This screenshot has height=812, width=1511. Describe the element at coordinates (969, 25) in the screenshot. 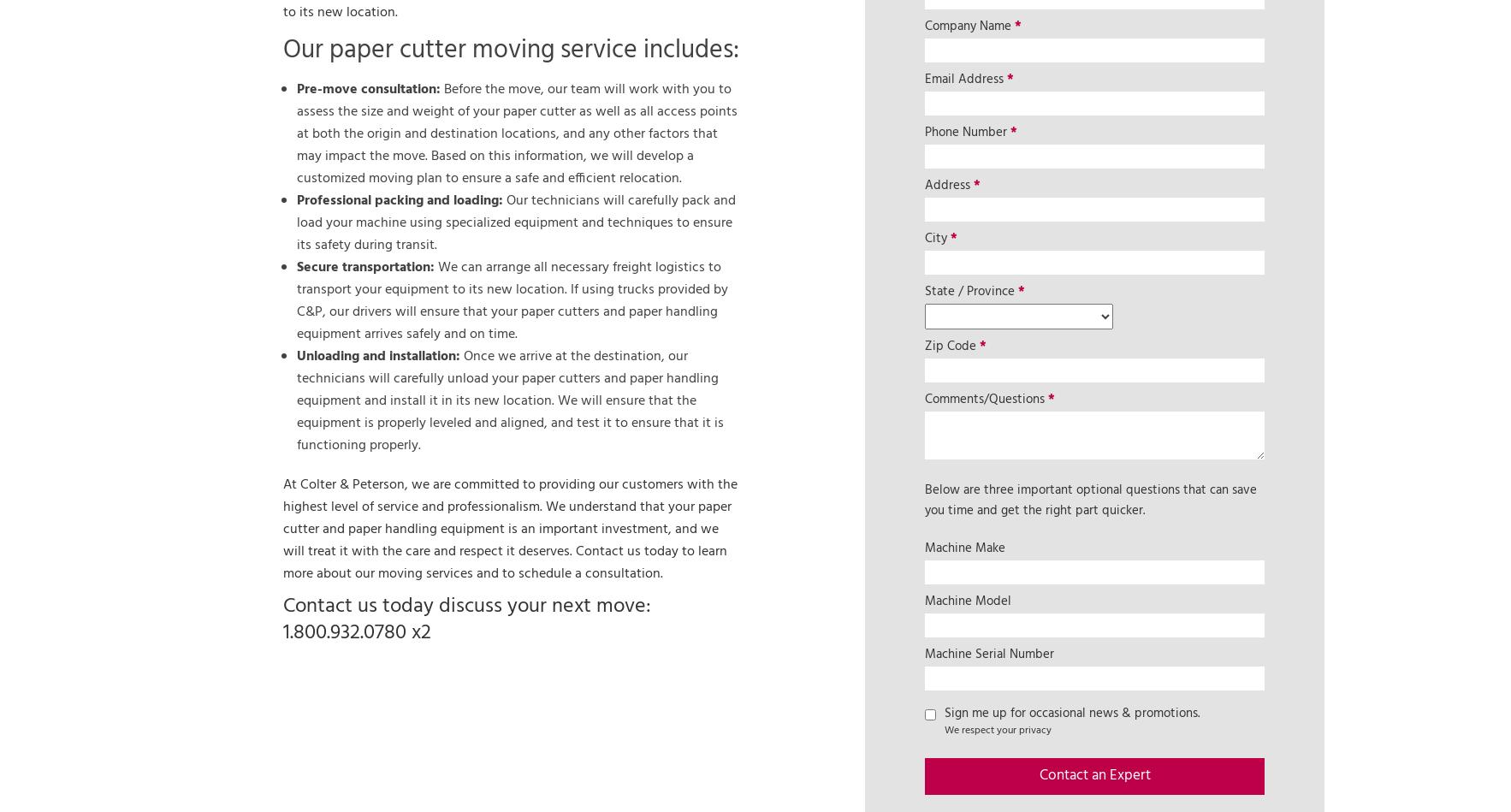

I see `'Company Name'` at that location.